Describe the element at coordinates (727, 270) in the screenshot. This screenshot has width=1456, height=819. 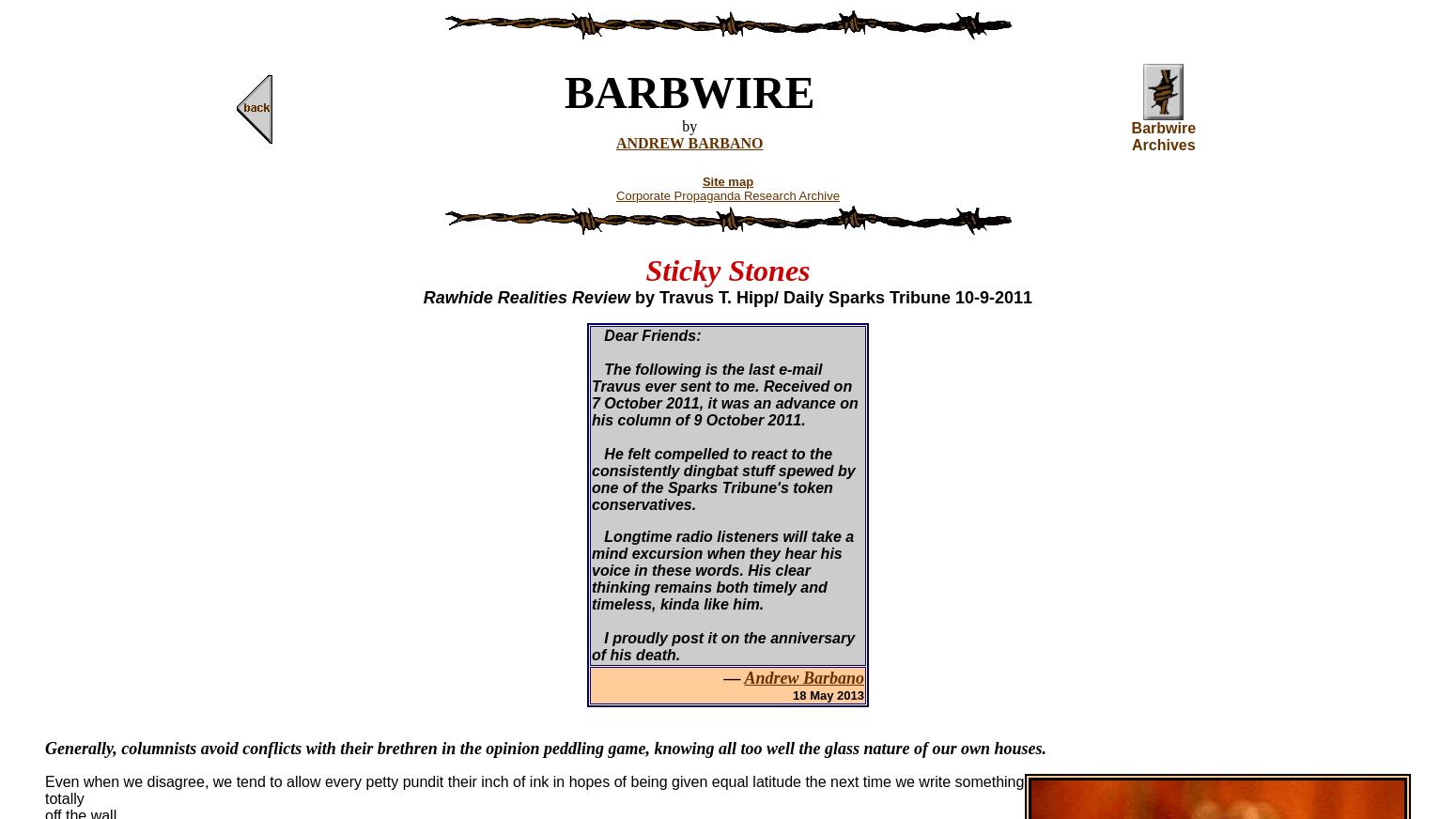
I see `'Sticky 
    Stones'` at that location.